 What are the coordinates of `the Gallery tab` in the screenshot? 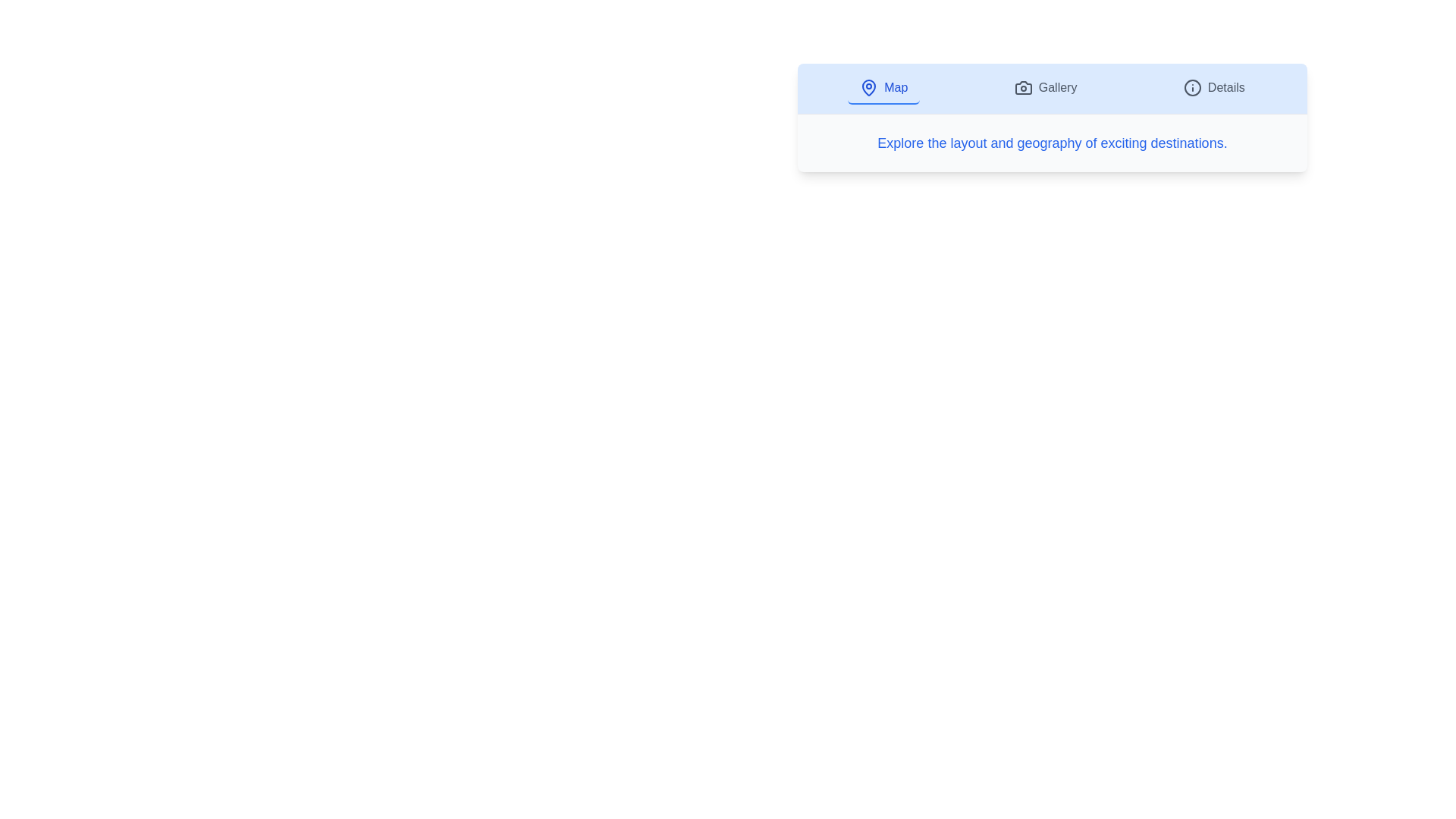 It's located at (1045, 88).